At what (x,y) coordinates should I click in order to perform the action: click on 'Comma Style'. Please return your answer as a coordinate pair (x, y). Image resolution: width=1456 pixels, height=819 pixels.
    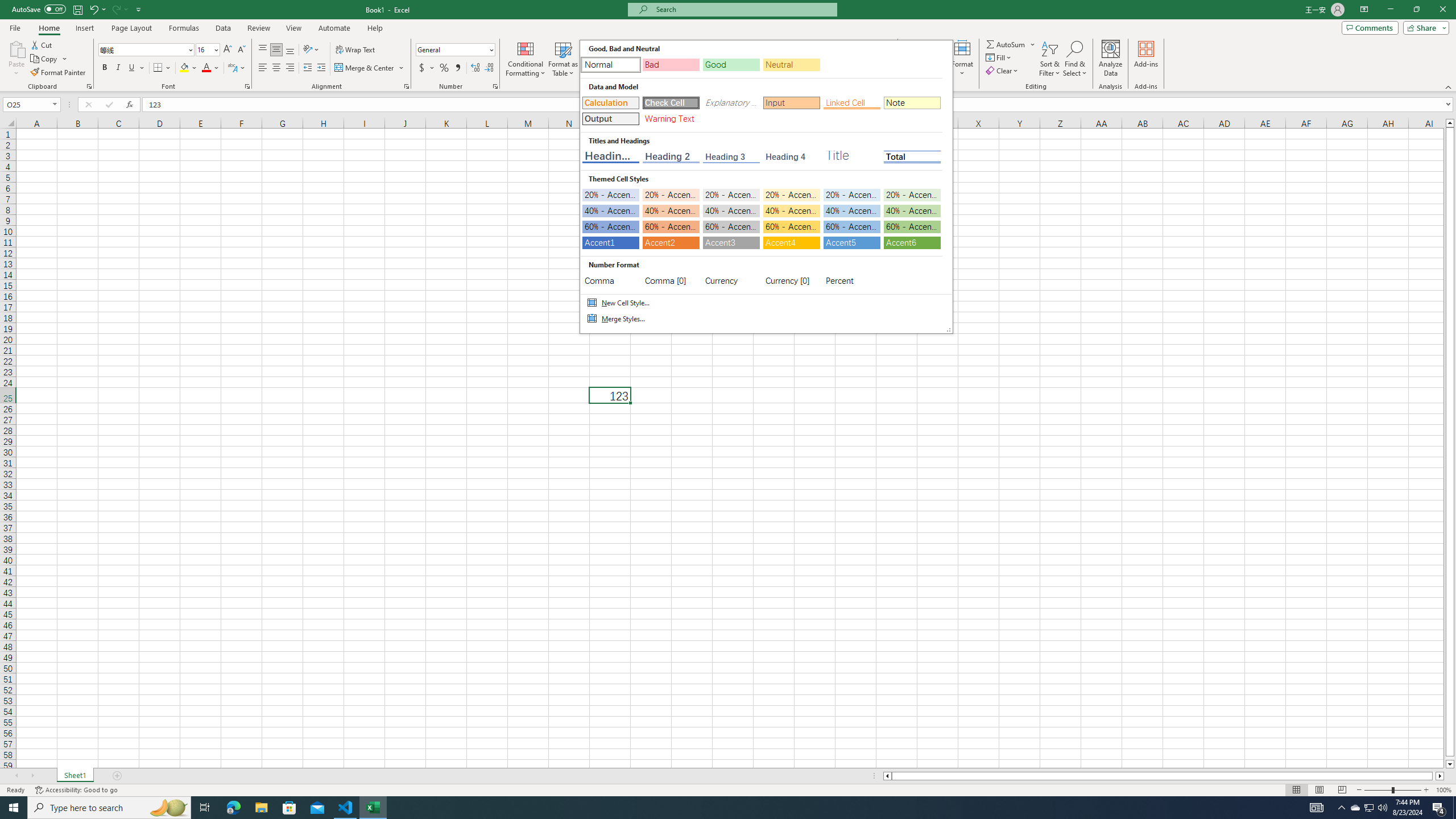
    Looking at the image, I should click on (457, 67).